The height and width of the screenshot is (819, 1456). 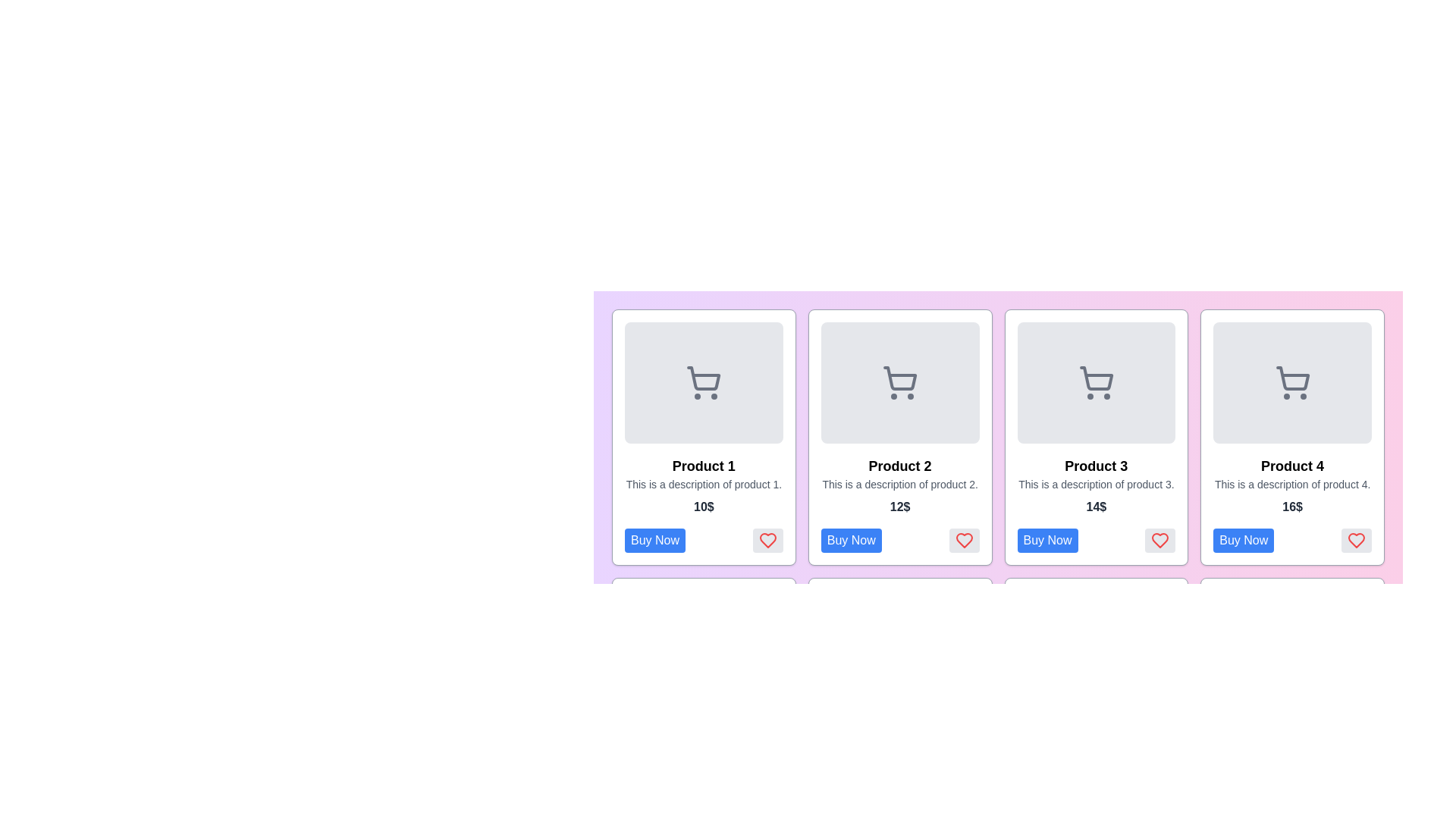 I want to click on the static text displaying the price of the product located in the fourth product card from the left, positioned below the product description and above the 'Buy Now' button, so click(x=1291, y=507).